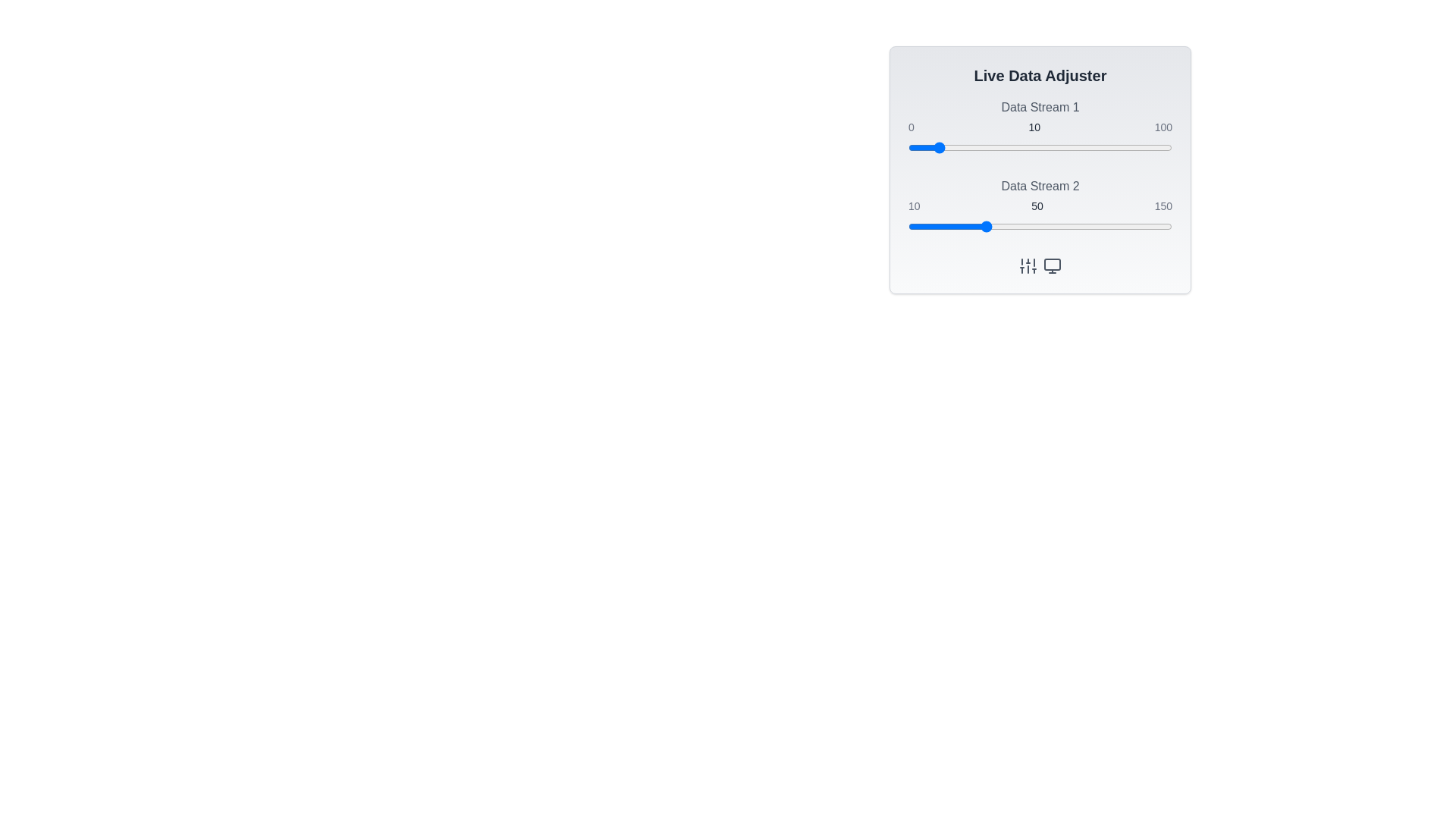 Image resolution: width=1456 pixels, height=819 pixels. I want to click on the slider associated with 'Data Stream 1', so click(1040, 127).